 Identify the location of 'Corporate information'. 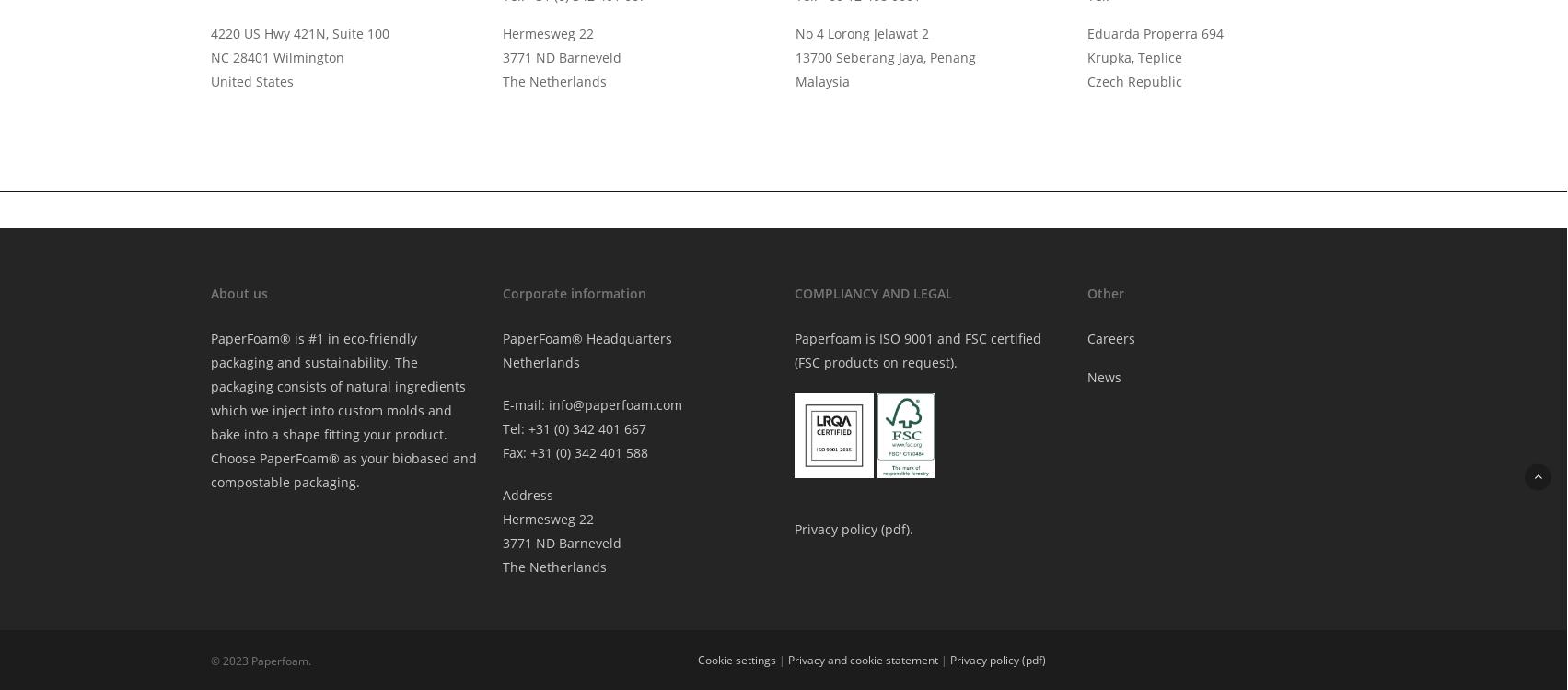
(500, 291).